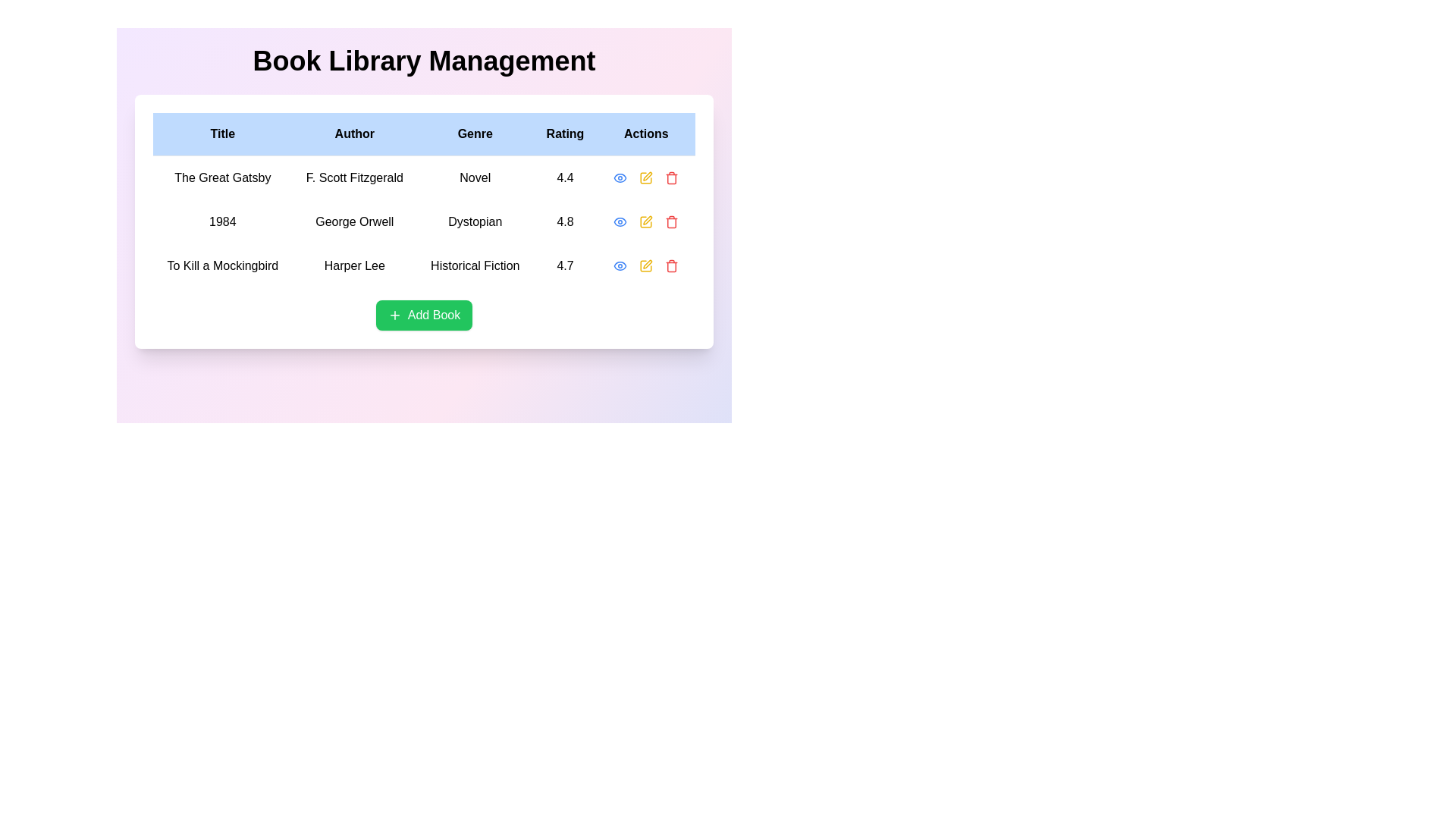 This screenshot has height=819, width=1456. Describe the element at coordinates (353, 265) in the screenshot. I see `the static text label displaying 'Harper Lee' located in the 'Author' column of the table, which is positioned between the book title 'To Kill a Mockingbird' and the genre 'Historical Fiction'` at that location.